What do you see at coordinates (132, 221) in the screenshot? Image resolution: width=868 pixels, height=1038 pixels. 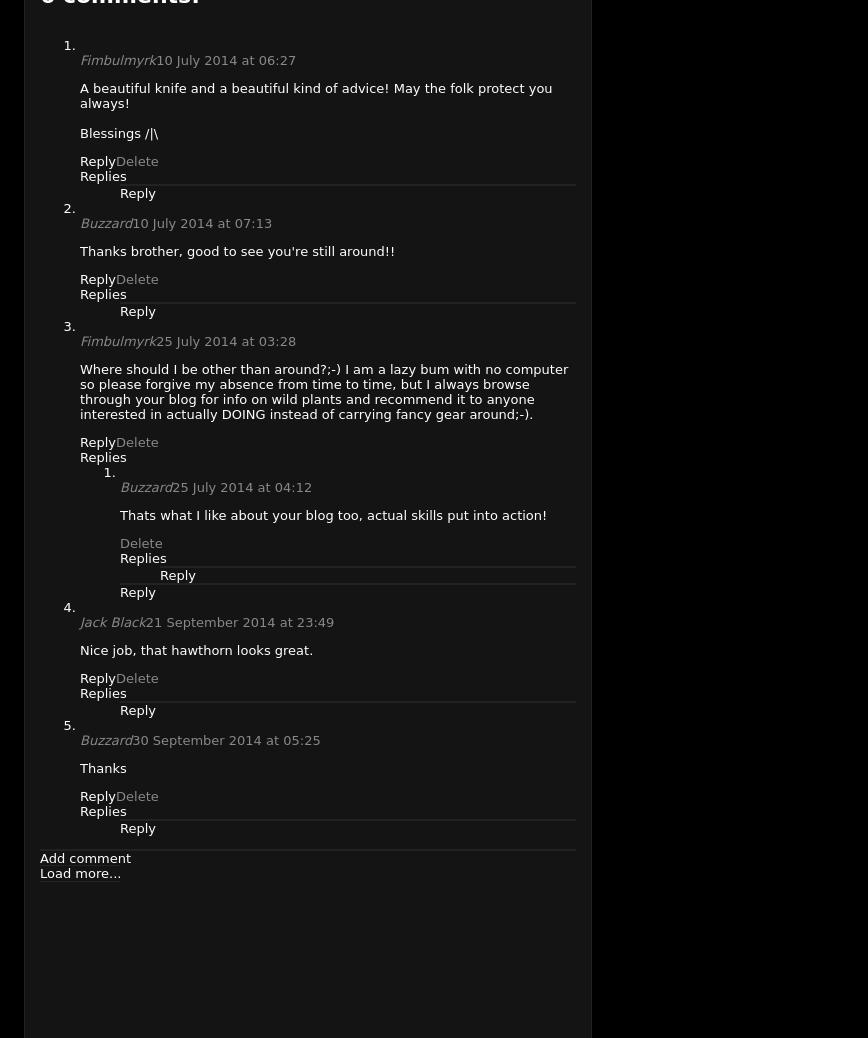 I see `'10 July 2014 at 07:13'` at bounding box center [132, 221].